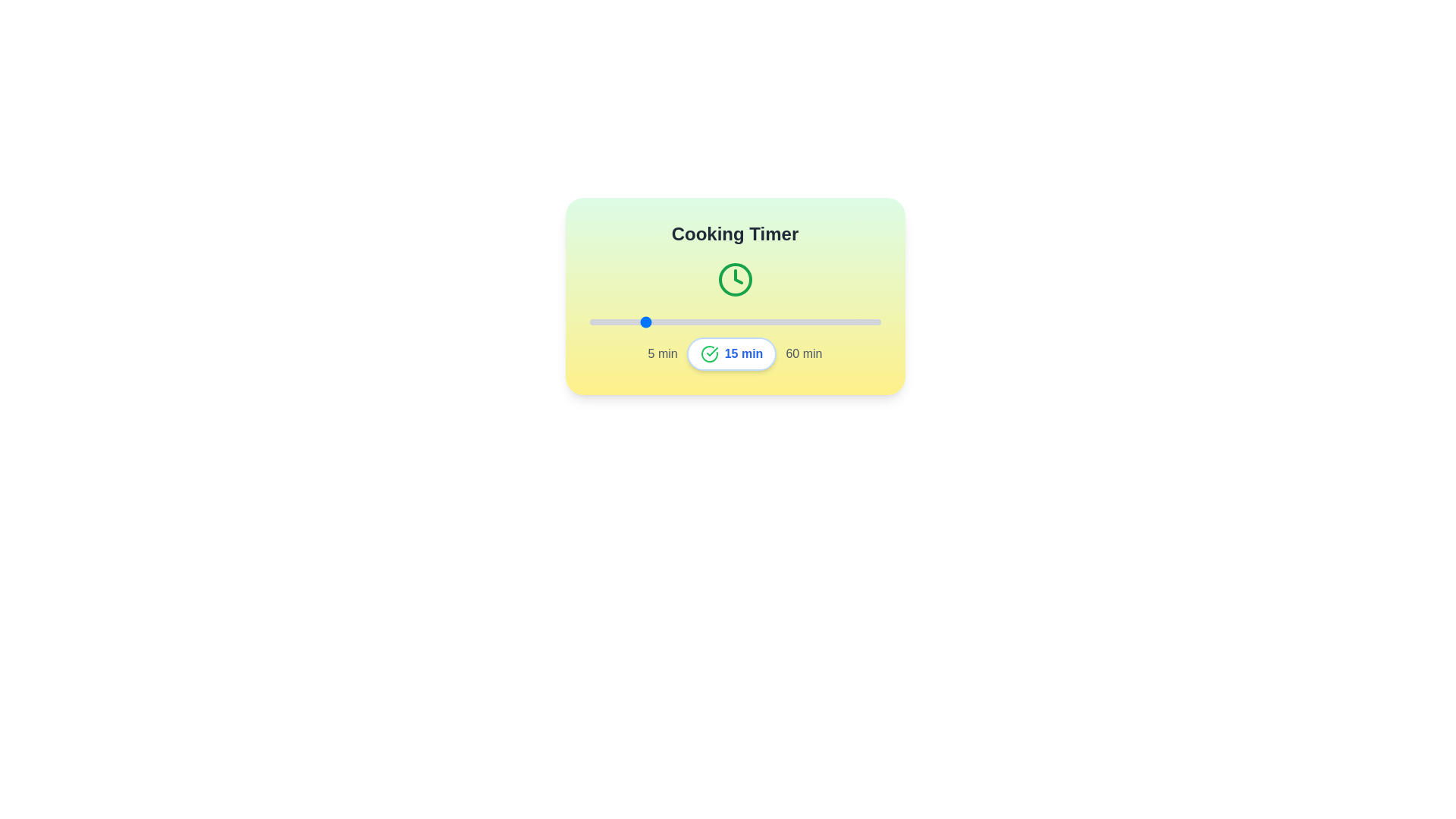 Image resolution: width=1456 pixels, height=819 pixels. What do you see at coordinates (744, 353) in the screenshot?
I see `information conveyed by the text label displaying '15 min' with a bold blue font, which is positioned to the right of a green tick icon on a rounded rectangular white background` at bounding box center [744, 353].